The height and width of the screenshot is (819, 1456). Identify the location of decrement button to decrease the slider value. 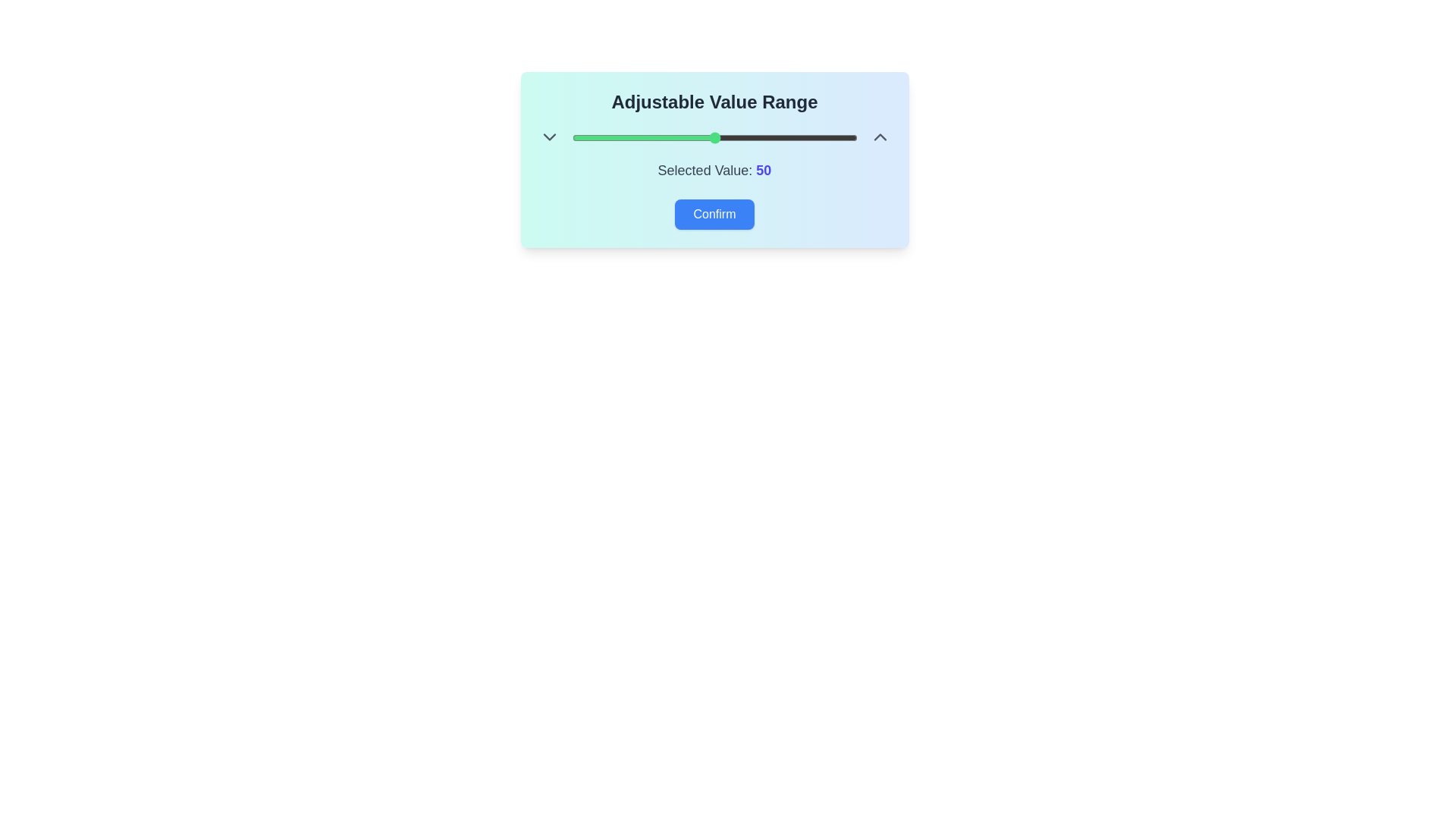
(548, 137).